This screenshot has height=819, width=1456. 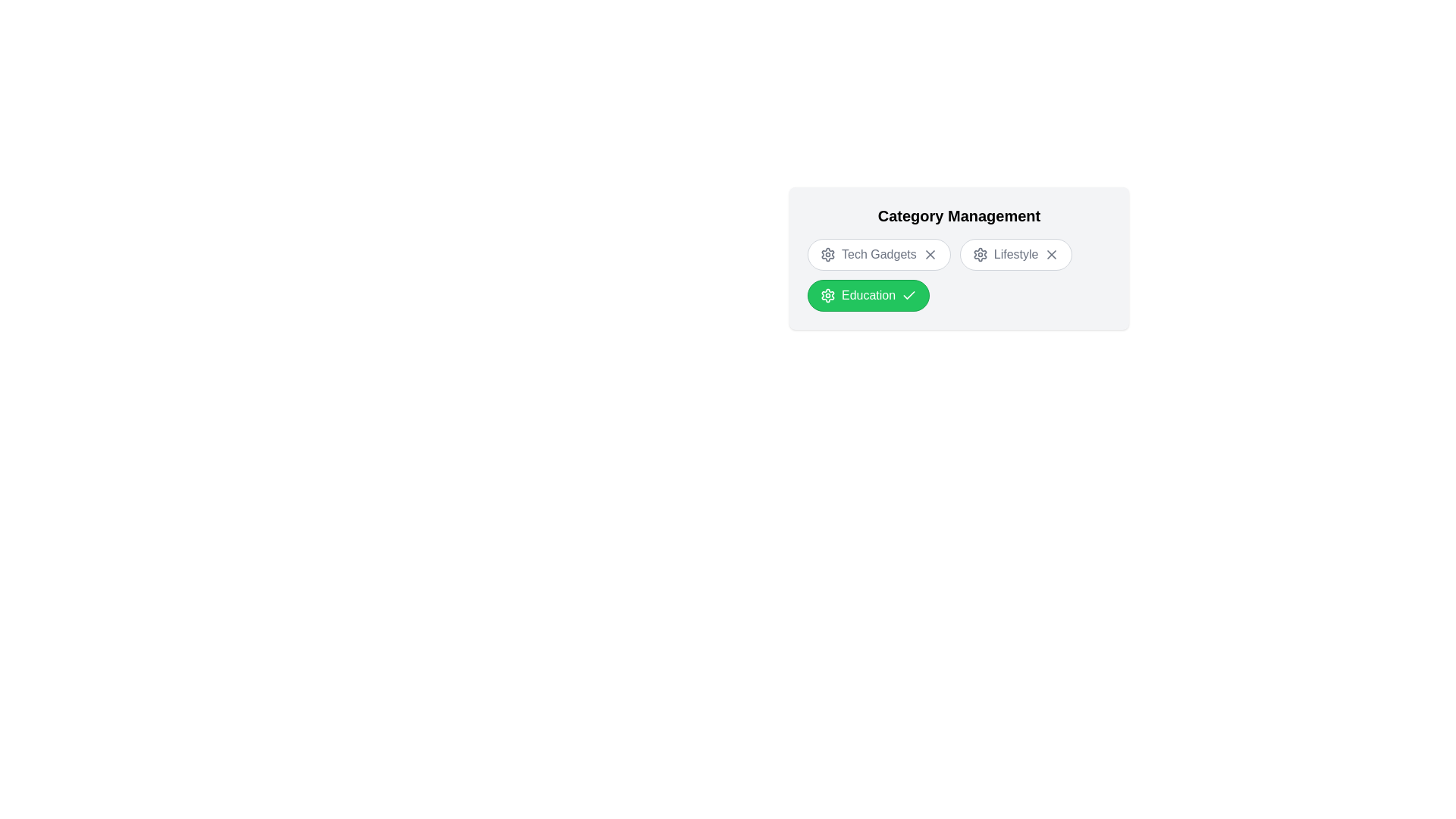 What do you see at coordinates (1016, 253) in the screenshot?
I see `the Lifestyle chip to toggle its activation state` at bounding box center [1016, 253].